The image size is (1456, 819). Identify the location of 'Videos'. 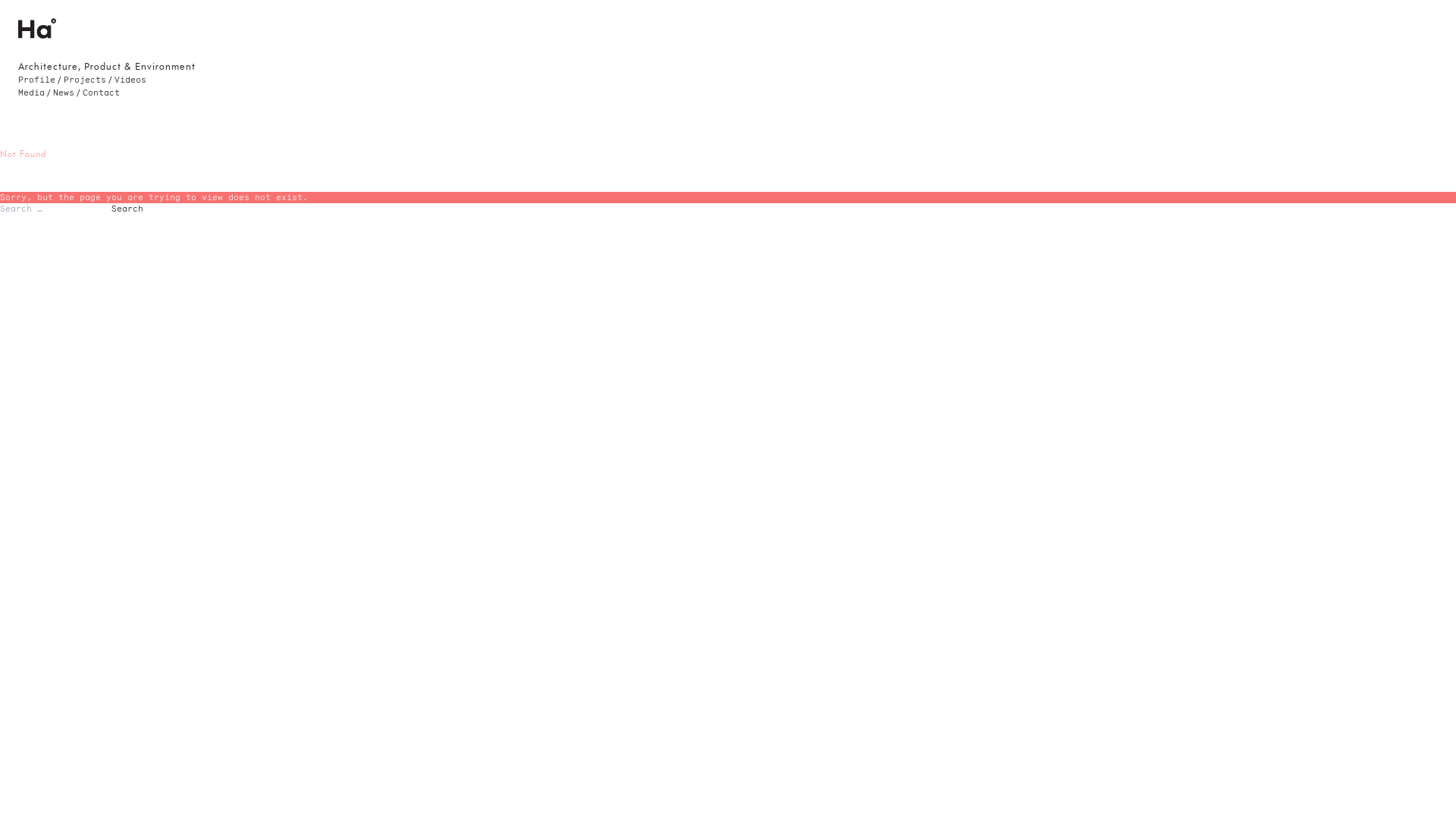
(130, 79).